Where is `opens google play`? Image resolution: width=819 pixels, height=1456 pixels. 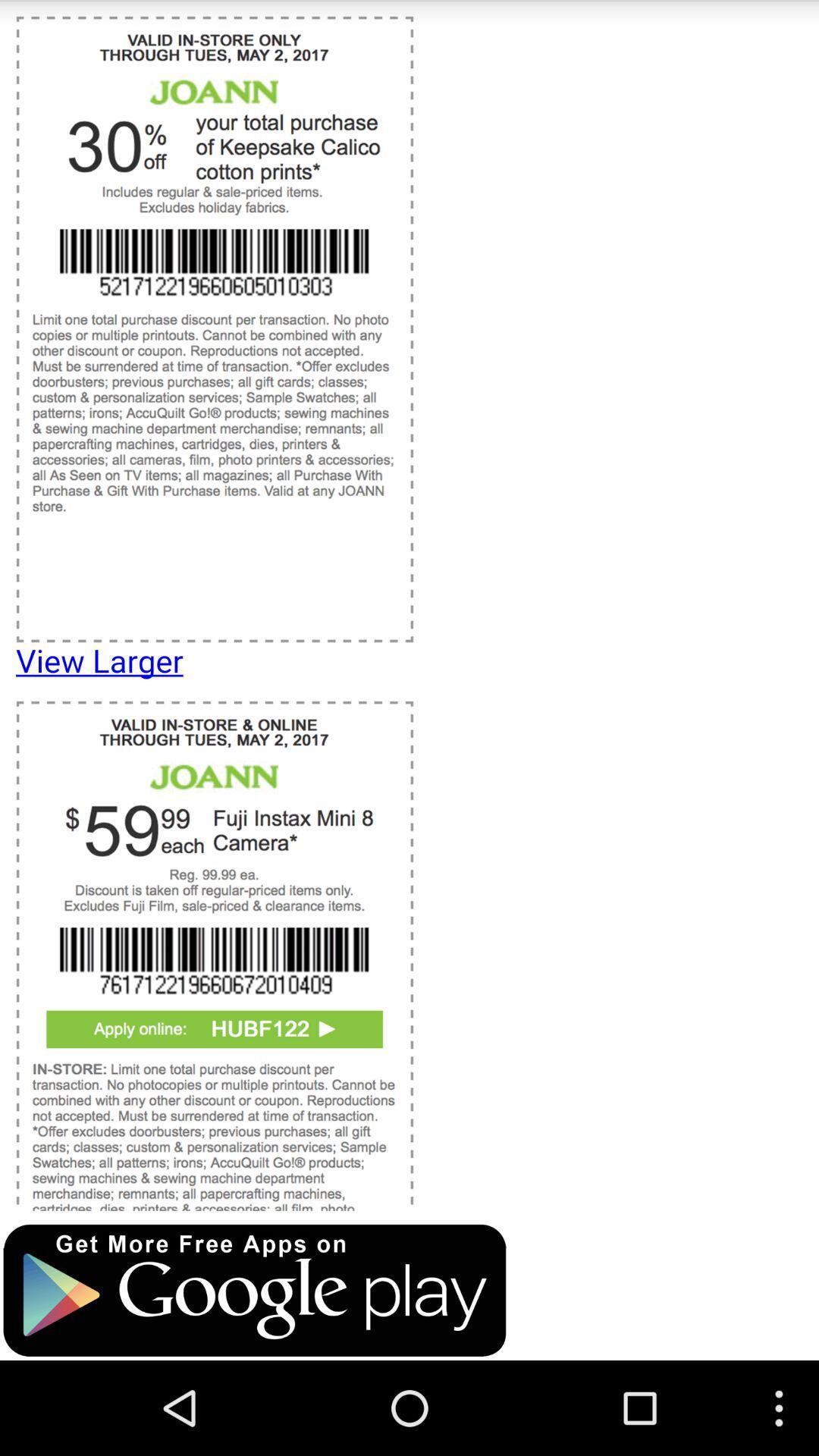
opens google play is located at coordinates (253, 1290).